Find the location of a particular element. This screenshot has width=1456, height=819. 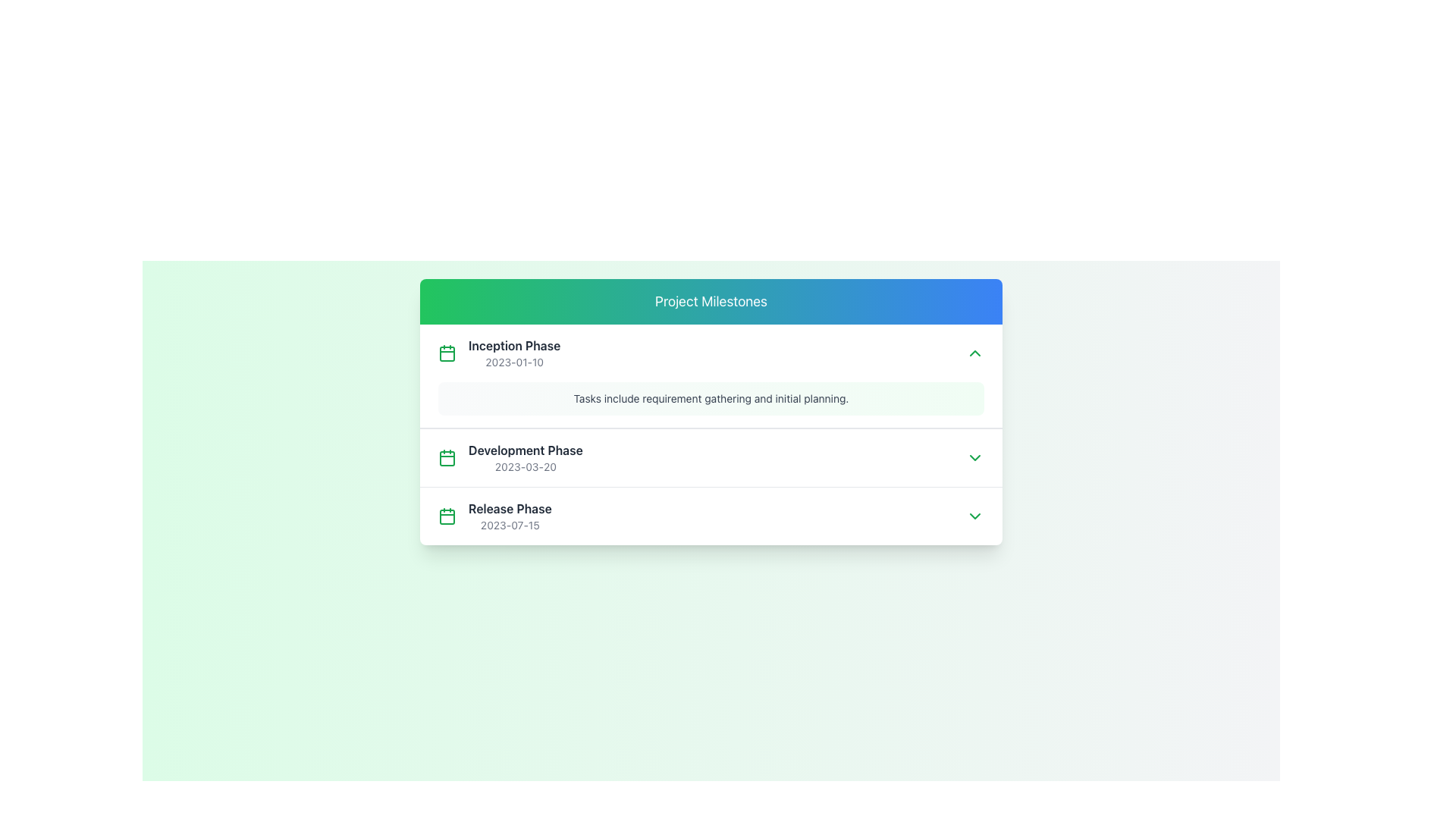

the List Item that displays a stylized calendar icon with the text 'Development Phase' and the date '2023-03-20' in the 'Project Milestones' section is located at coordinates (510, 457).